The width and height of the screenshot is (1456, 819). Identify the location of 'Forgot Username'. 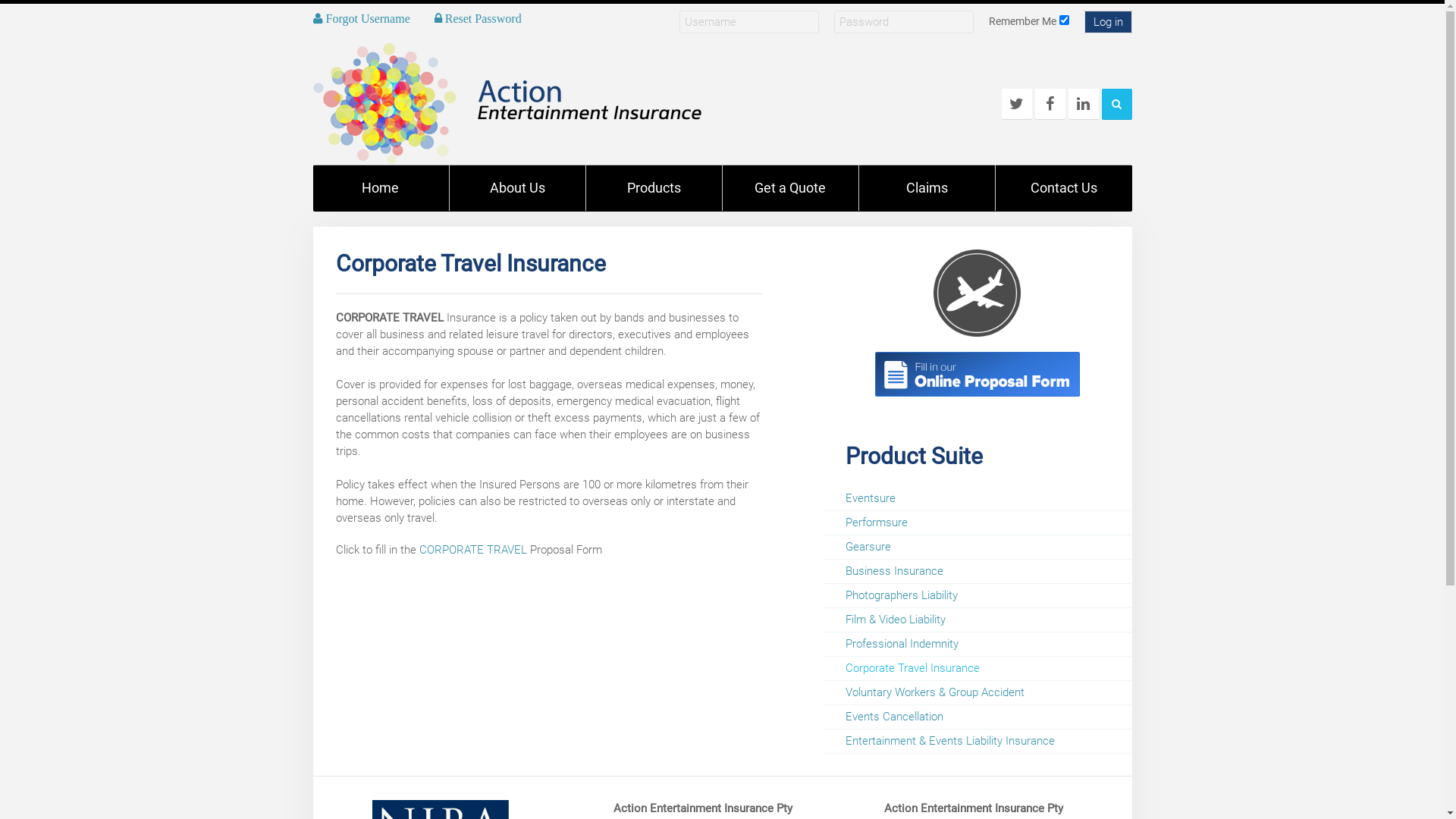
(359, 17).